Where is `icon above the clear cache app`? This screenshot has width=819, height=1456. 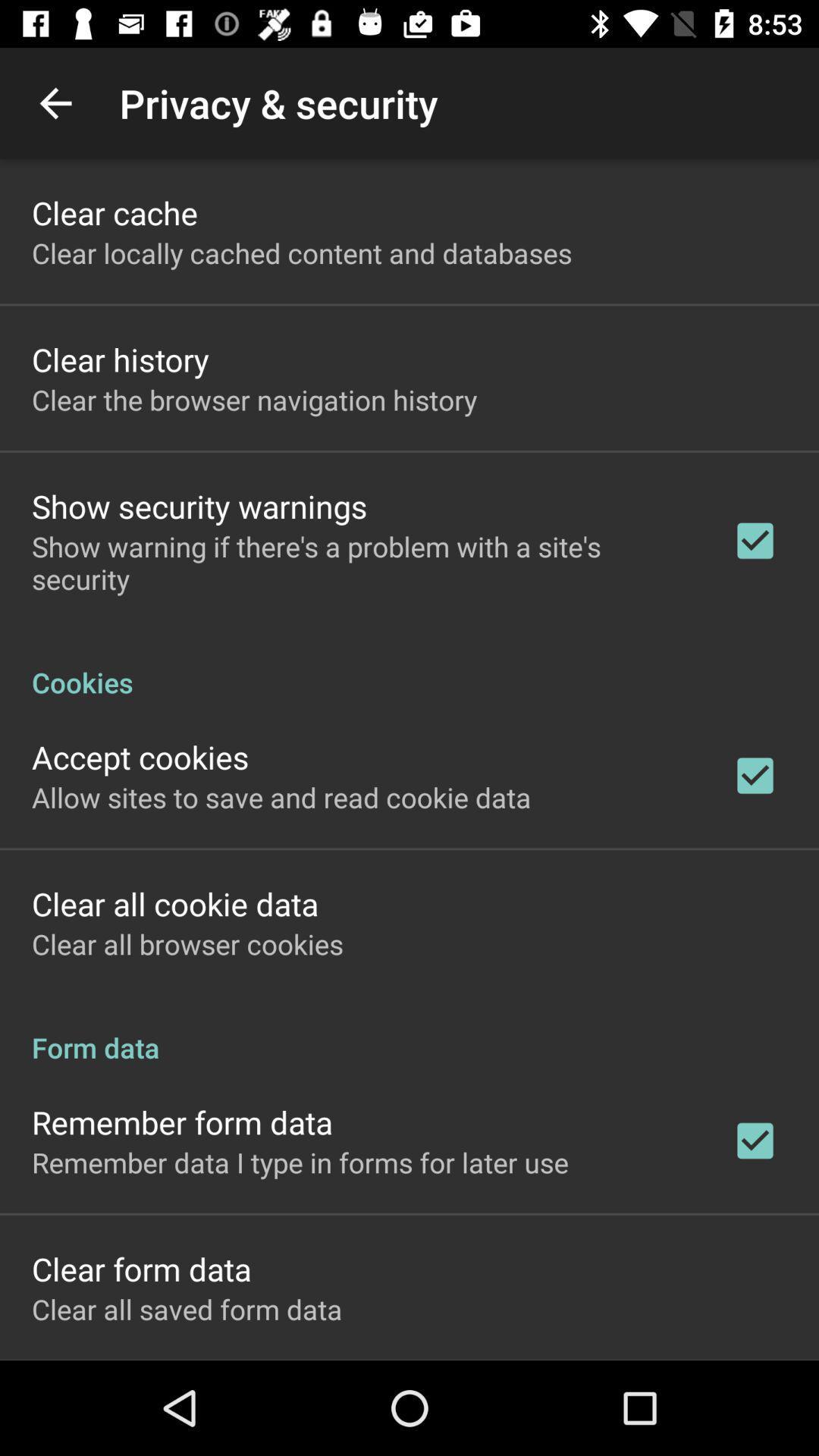 icon above the clear cache app is located at coordinates (55, 102).